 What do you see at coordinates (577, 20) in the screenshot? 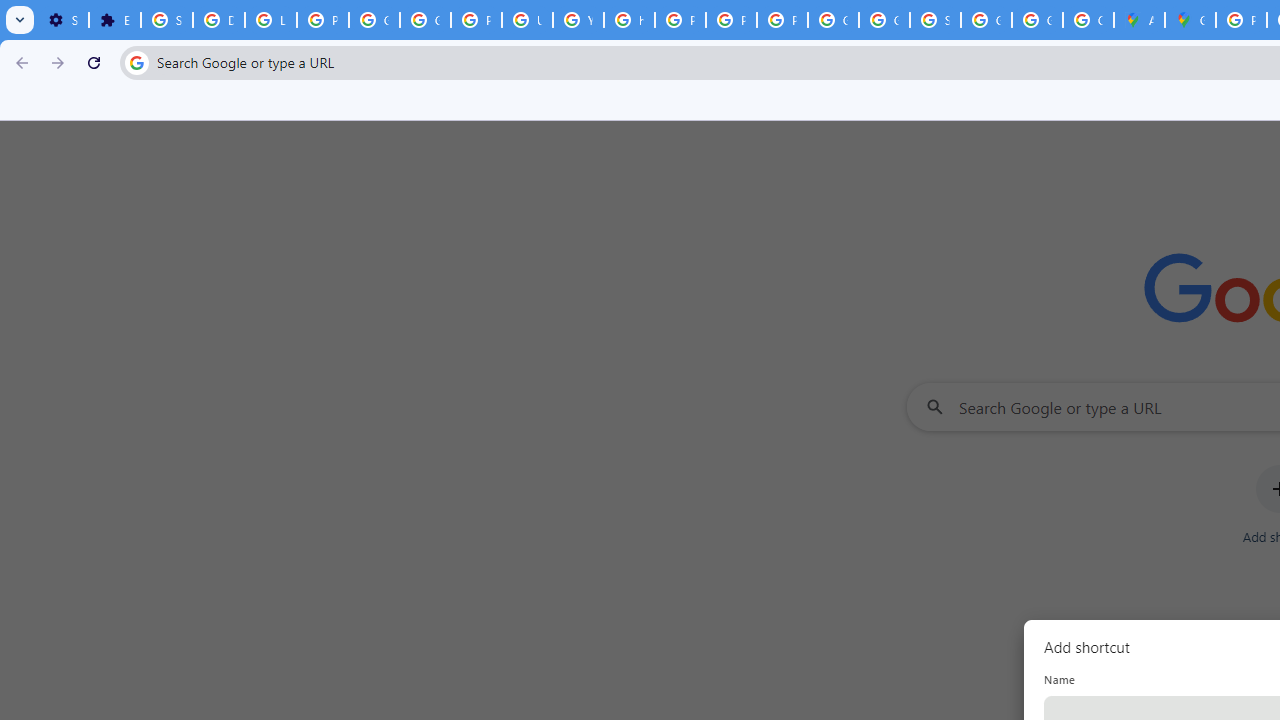
I see `'YouTube'` at bounding box center [577, 20].